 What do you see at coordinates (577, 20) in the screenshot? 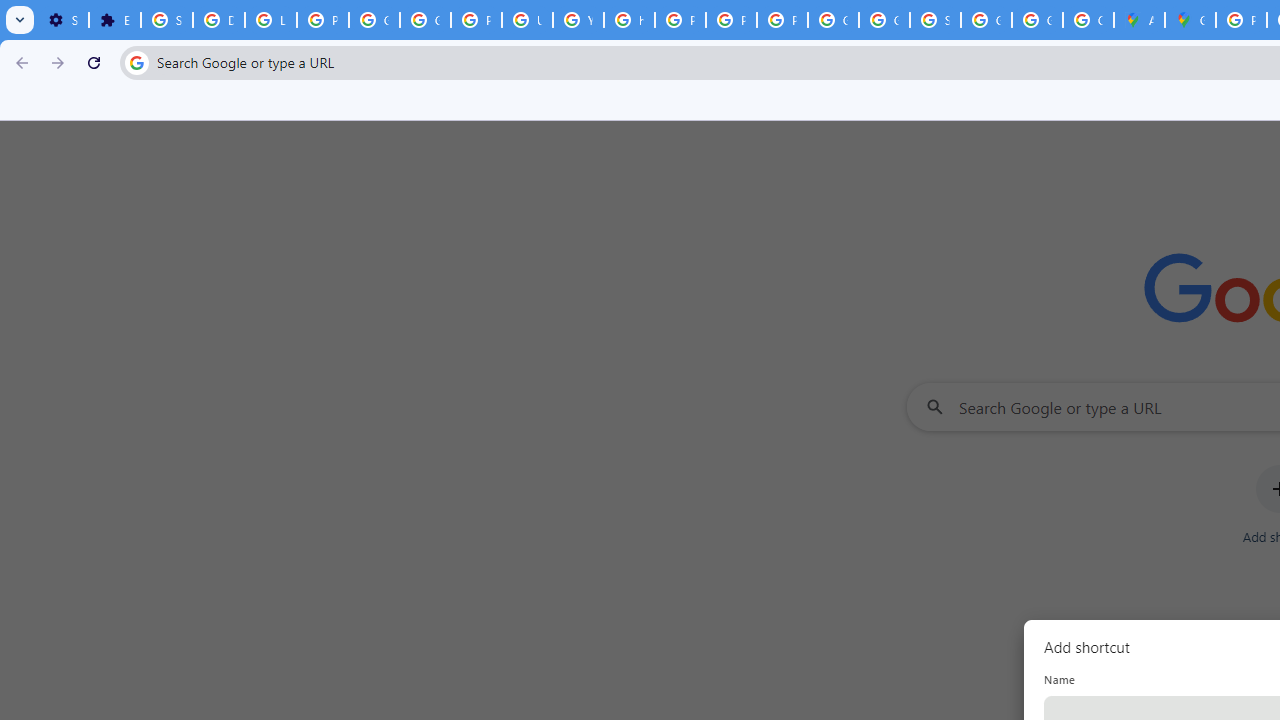
I see `'YouTube'` at bounding box center [577, 20].